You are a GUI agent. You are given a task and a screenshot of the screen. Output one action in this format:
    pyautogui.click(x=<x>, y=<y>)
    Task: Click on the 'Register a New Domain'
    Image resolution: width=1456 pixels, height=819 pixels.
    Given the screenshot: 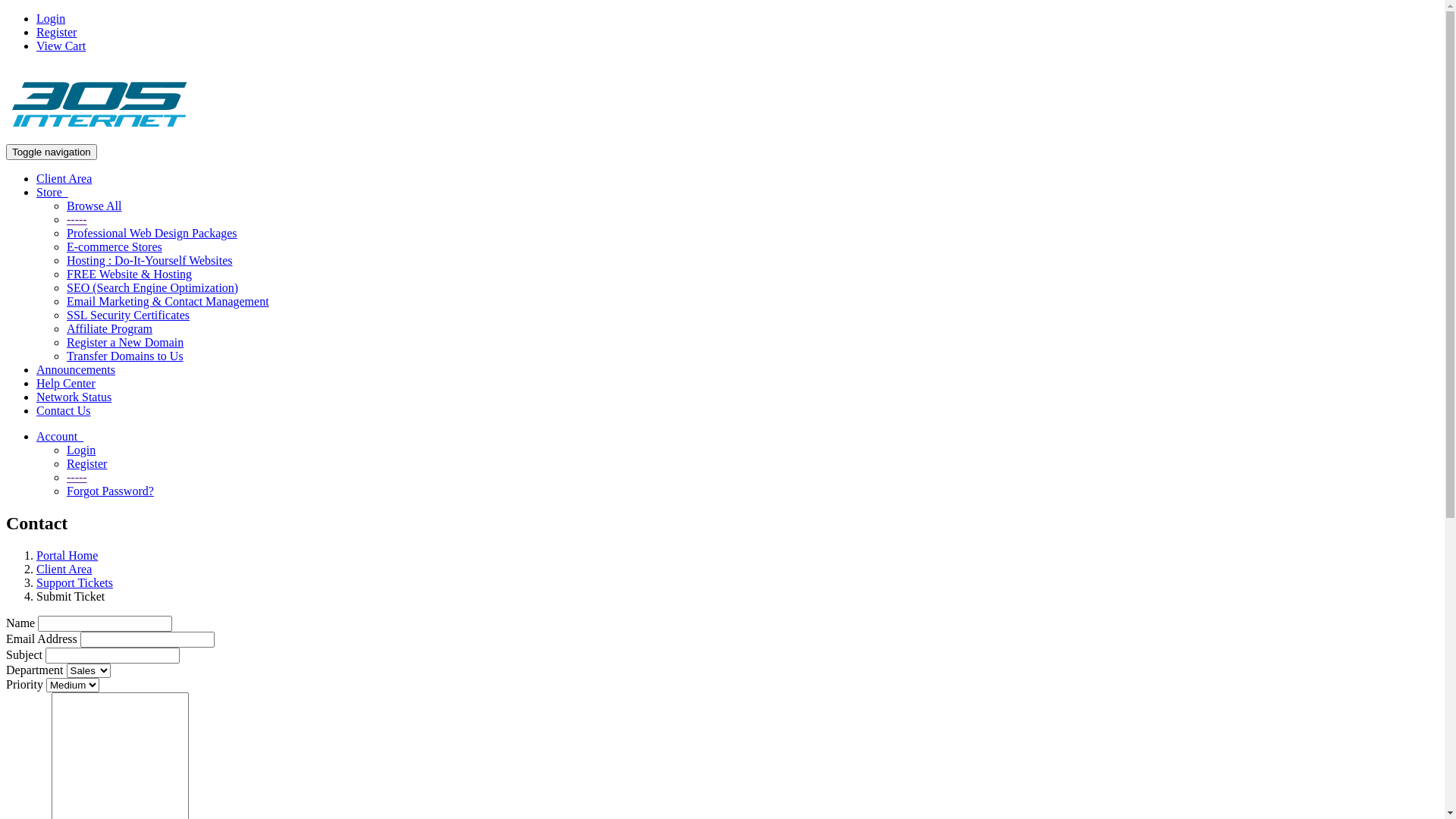 What is the action you would take?
    pyautogui.click(x=65, y=342)
    